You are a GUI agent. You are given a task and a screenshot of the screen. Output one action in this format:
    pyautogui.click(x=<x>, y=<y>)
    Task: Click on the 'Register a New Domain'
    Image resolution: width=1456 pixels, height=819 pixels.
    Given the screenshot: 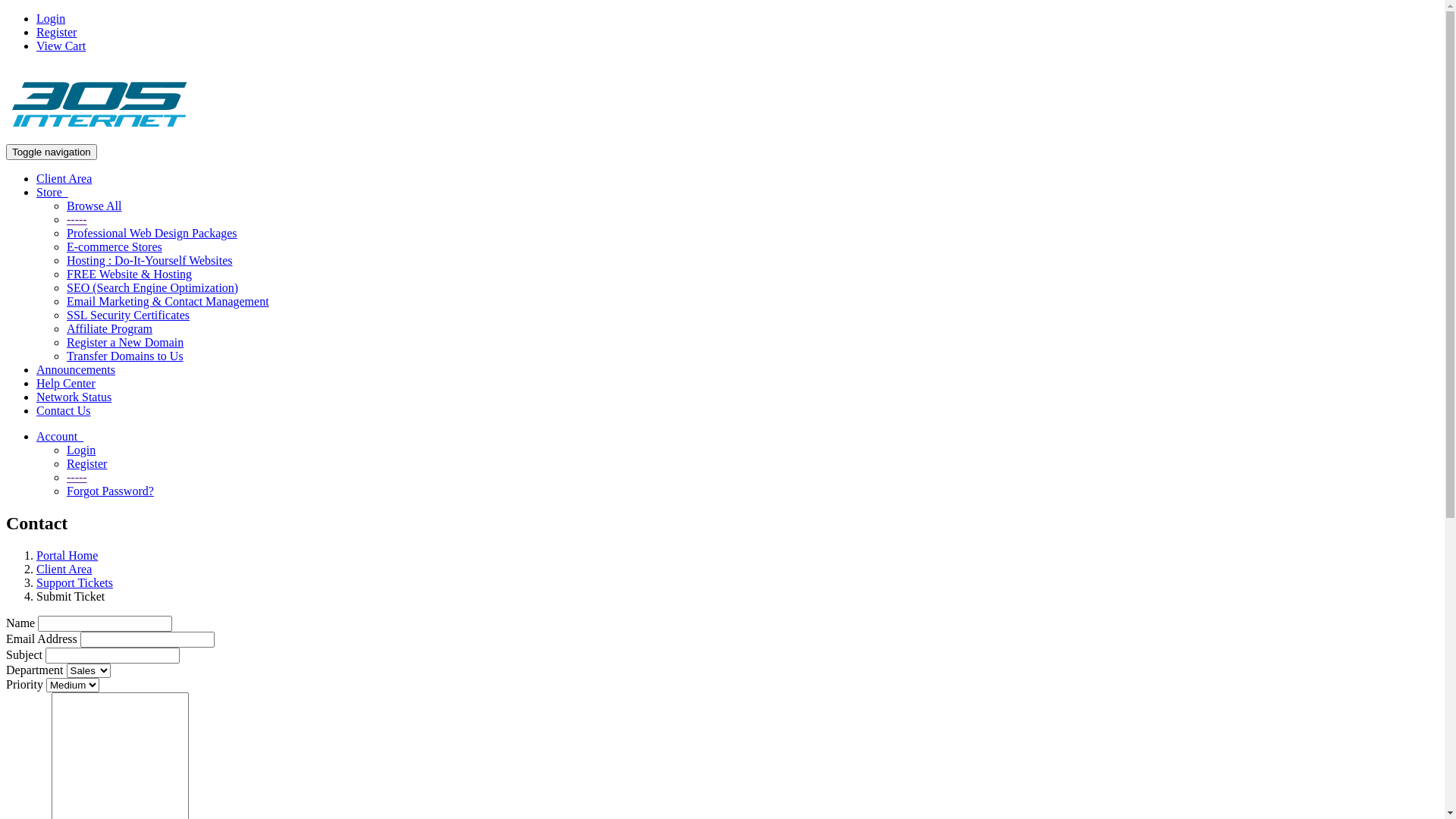 What is the action you would take?
    pyautogui.click(x=65, y=342)
    